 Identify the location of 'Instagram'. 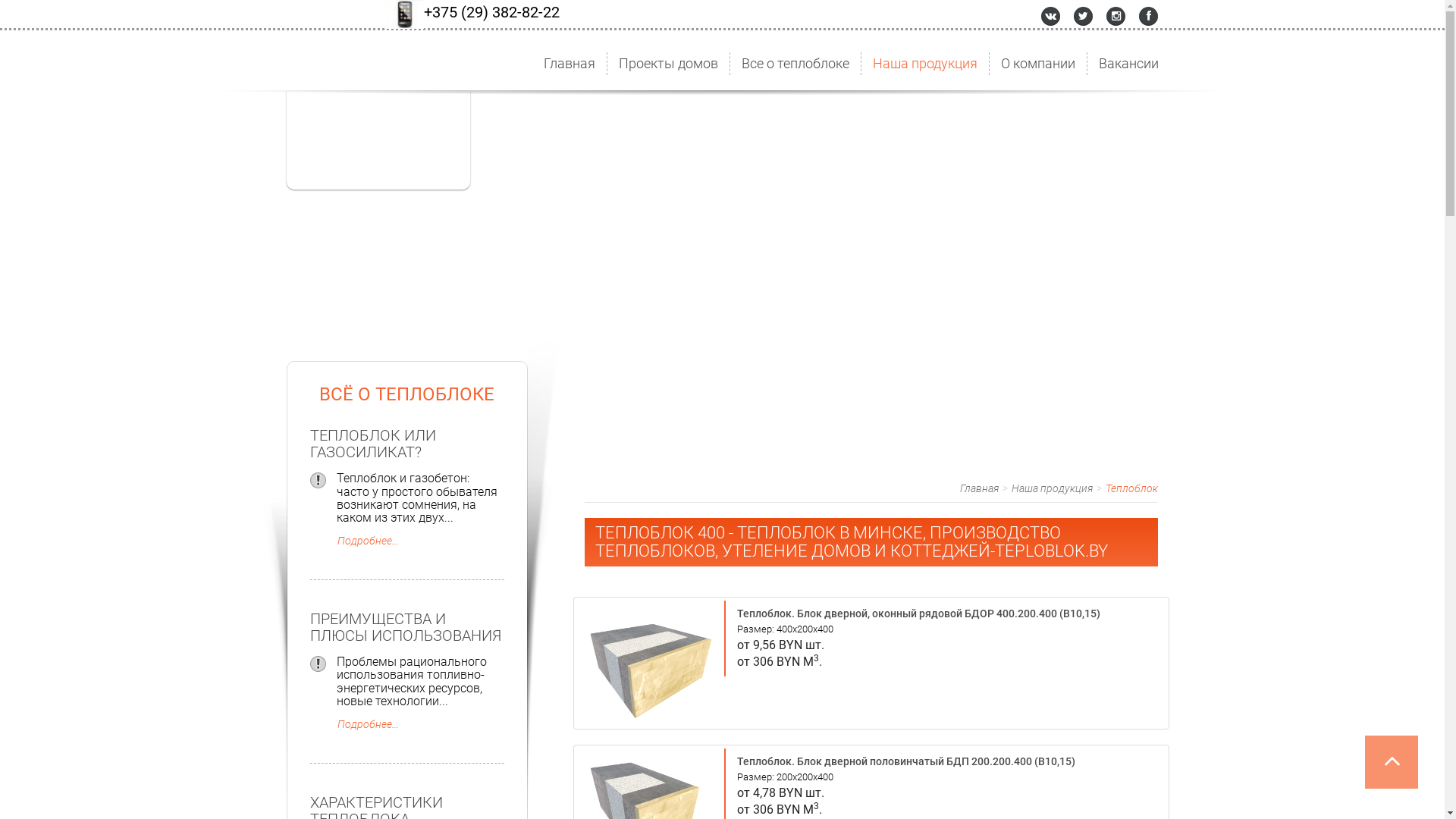
(1116, 15).